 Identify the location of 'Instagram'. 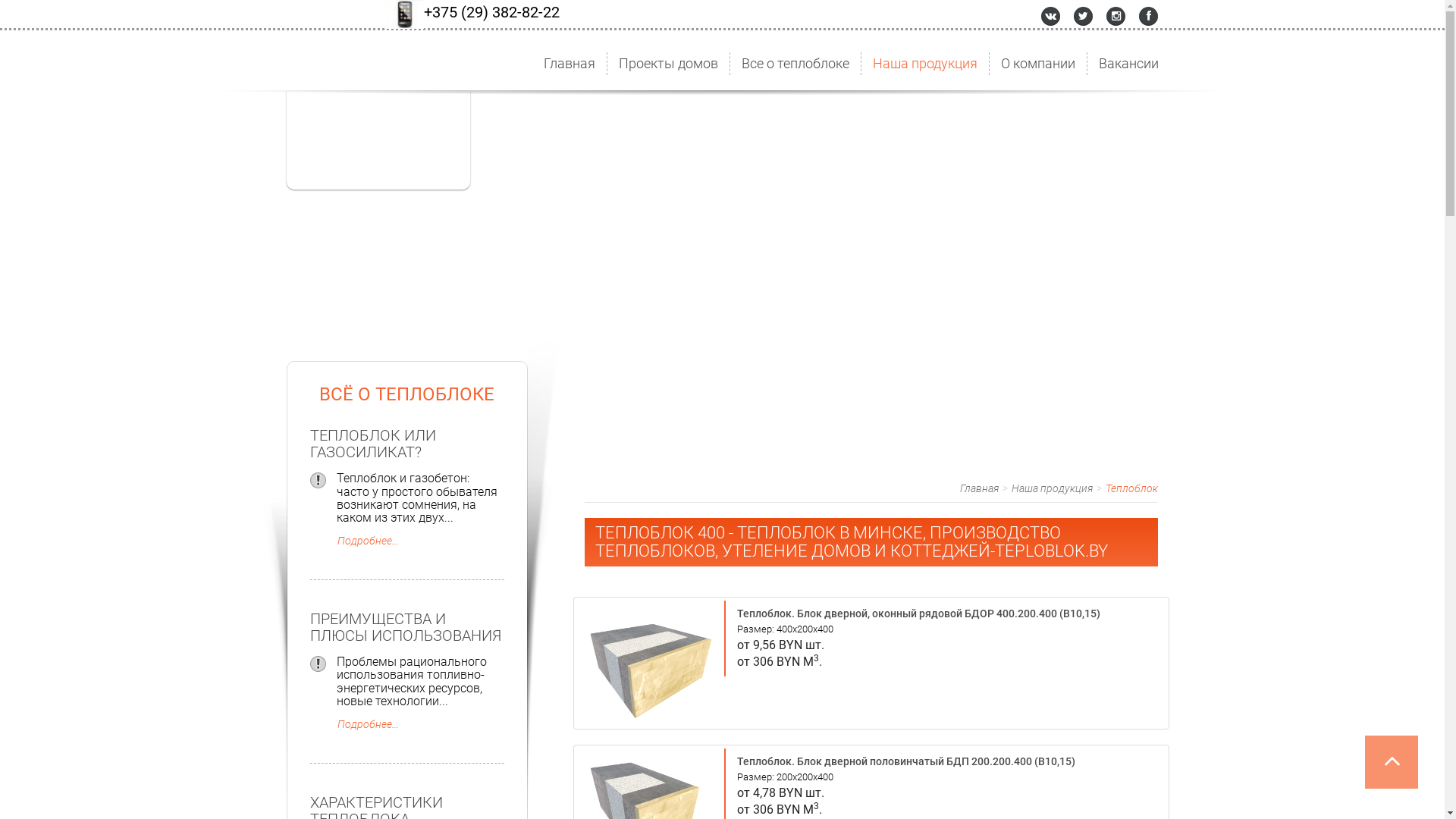
(1116, 15).